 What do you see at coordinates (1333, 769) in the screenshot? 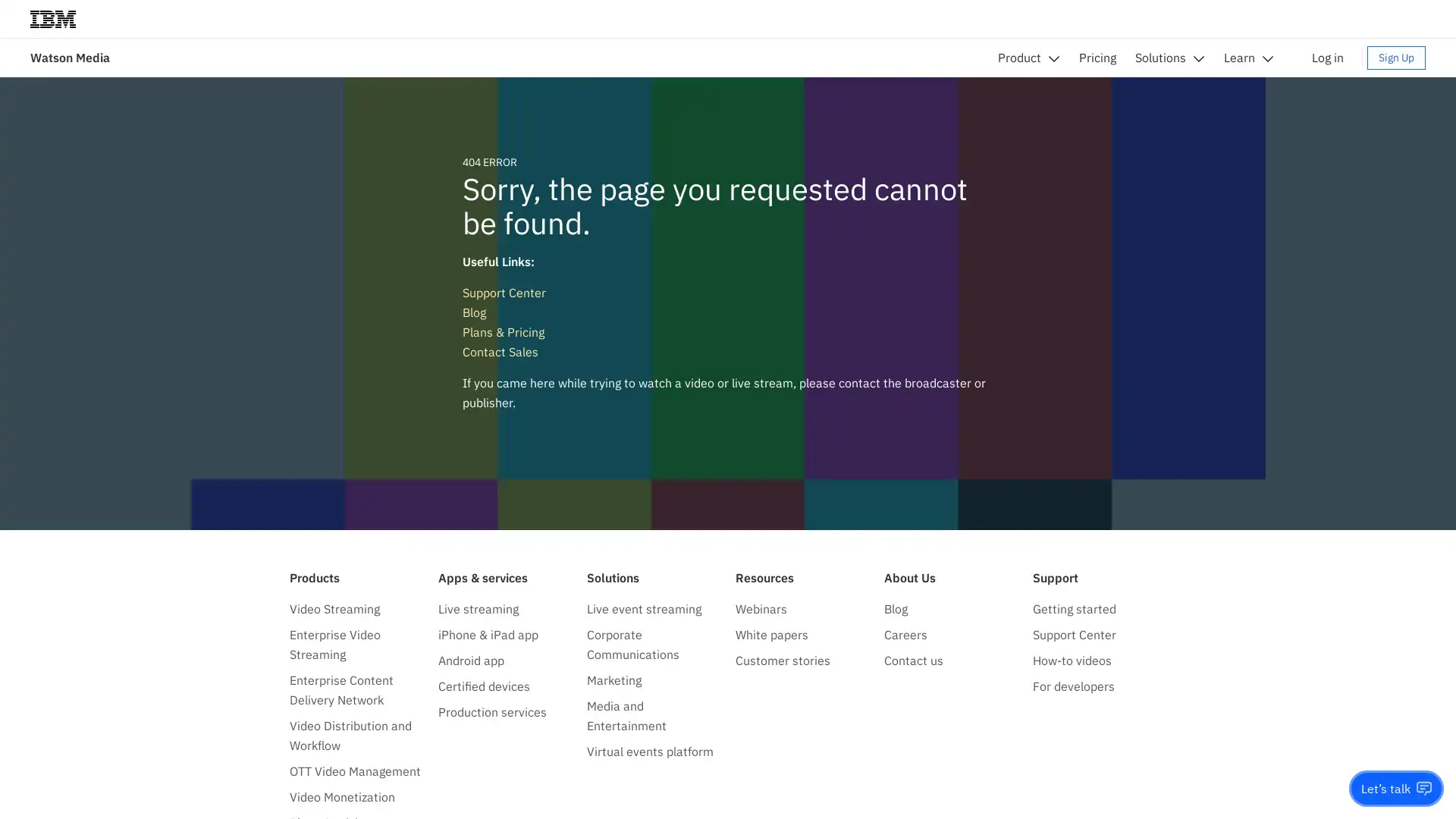
I see `Do not sell my personal information` at bounding box center [1333, 769].